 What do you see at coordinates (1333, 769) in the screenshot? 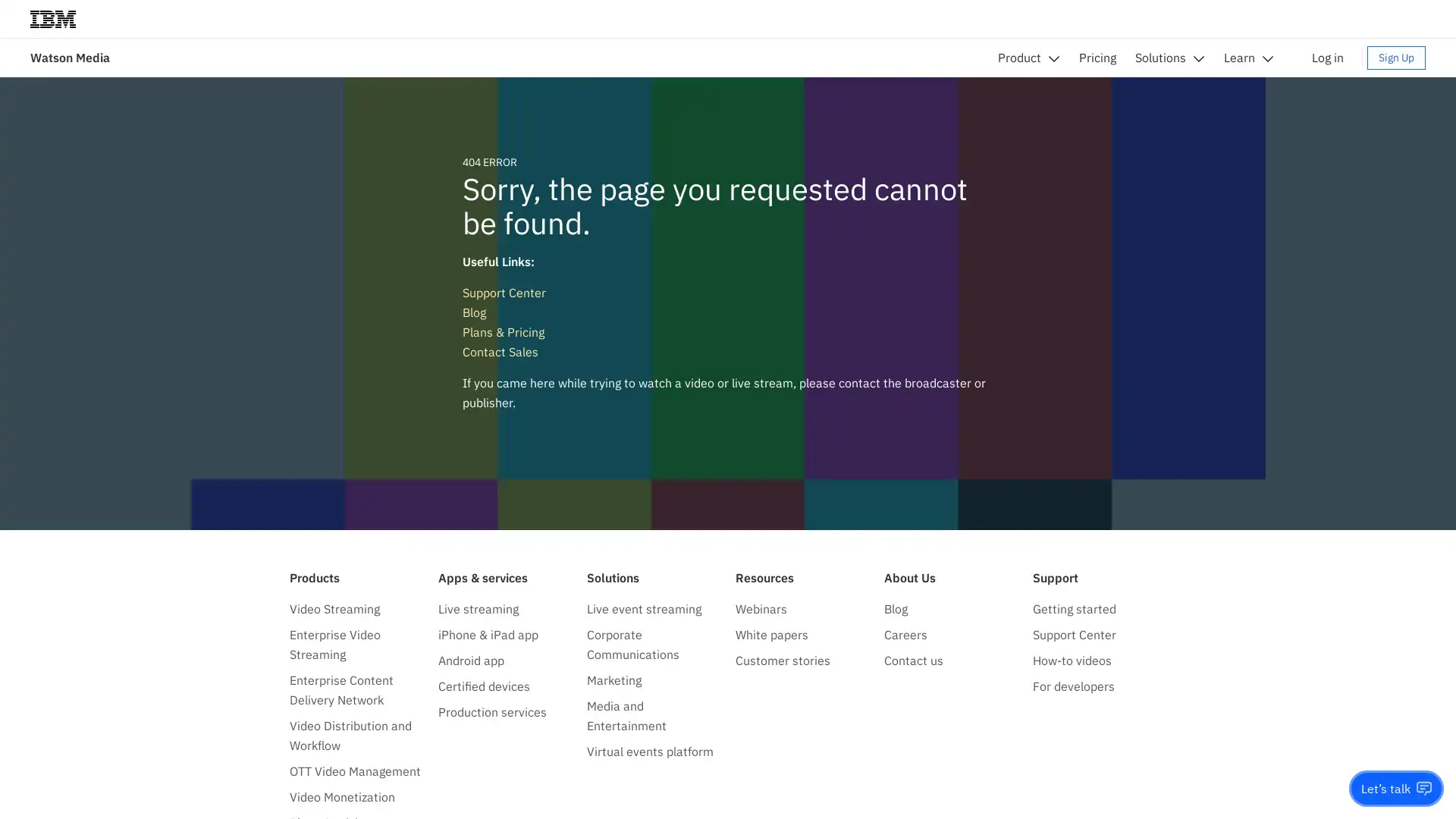
I see `Do not sell my personal information` at bounding box center [1333, 769].